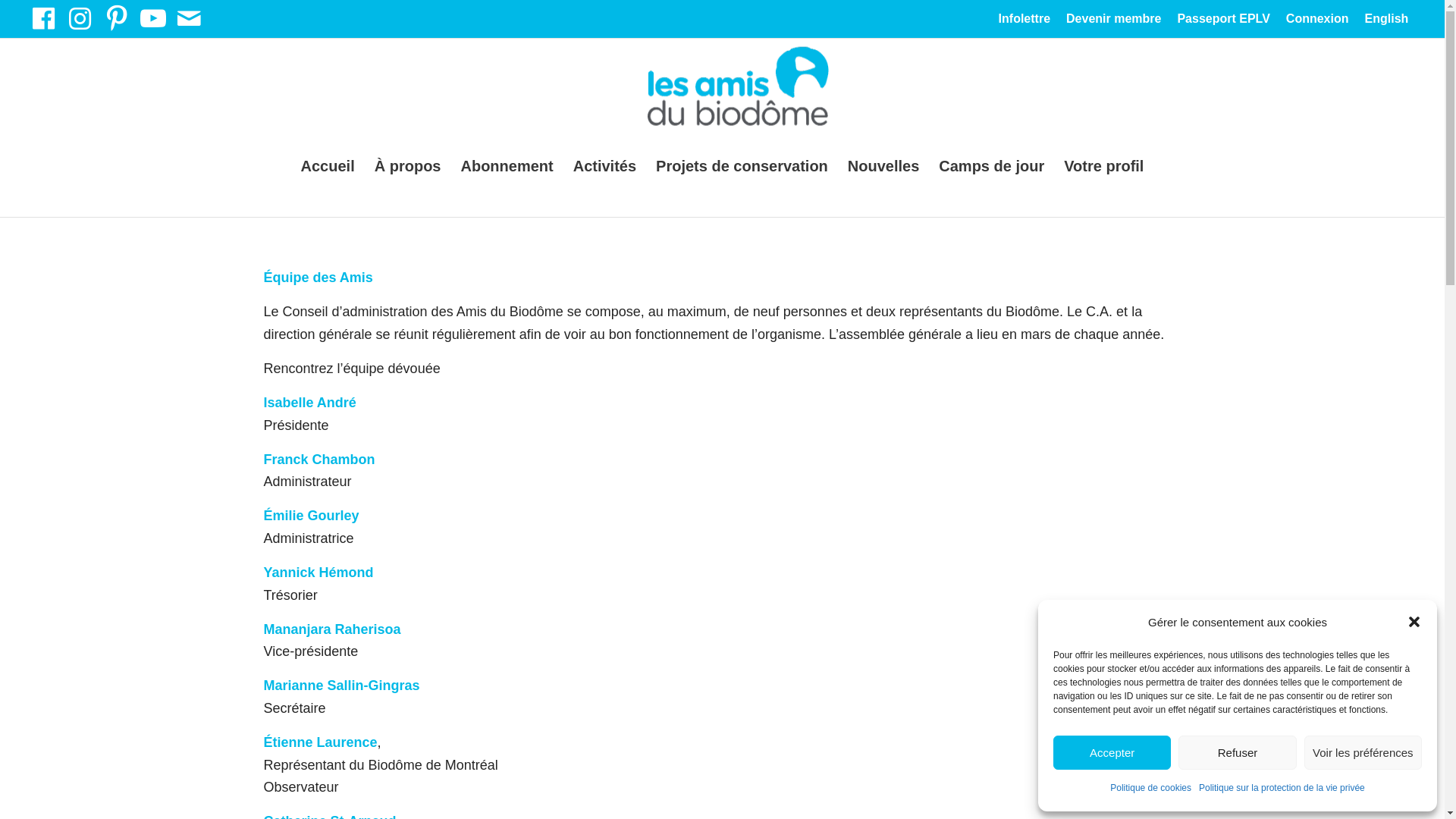  Describe the element at coordinates (152, 17) in the screenshot. I see `'Youtube1'` at that location.